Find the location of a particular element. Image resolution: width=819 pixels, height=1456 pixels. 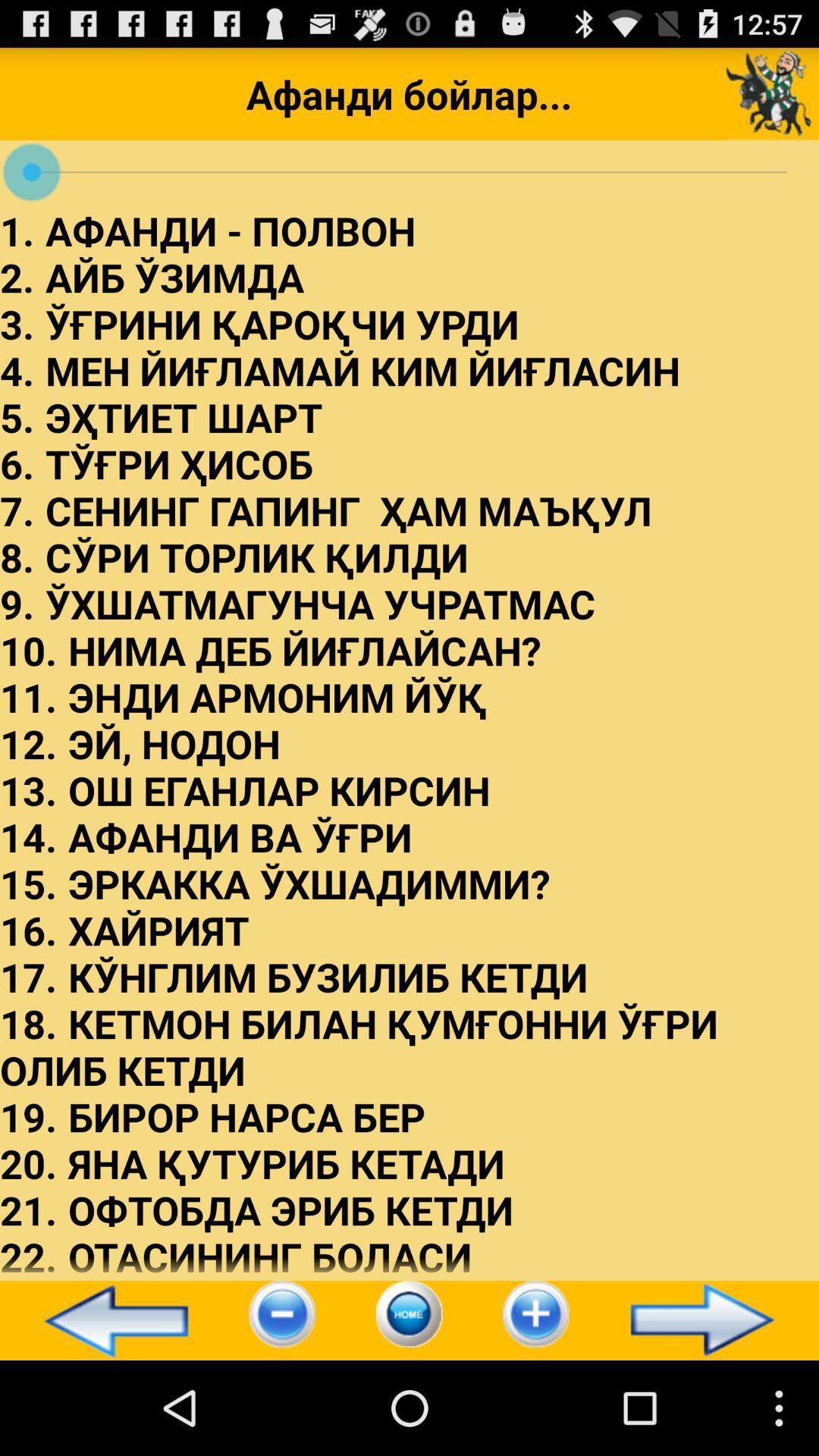

the arrow_backward icon is located at coordinates (108, 1412).